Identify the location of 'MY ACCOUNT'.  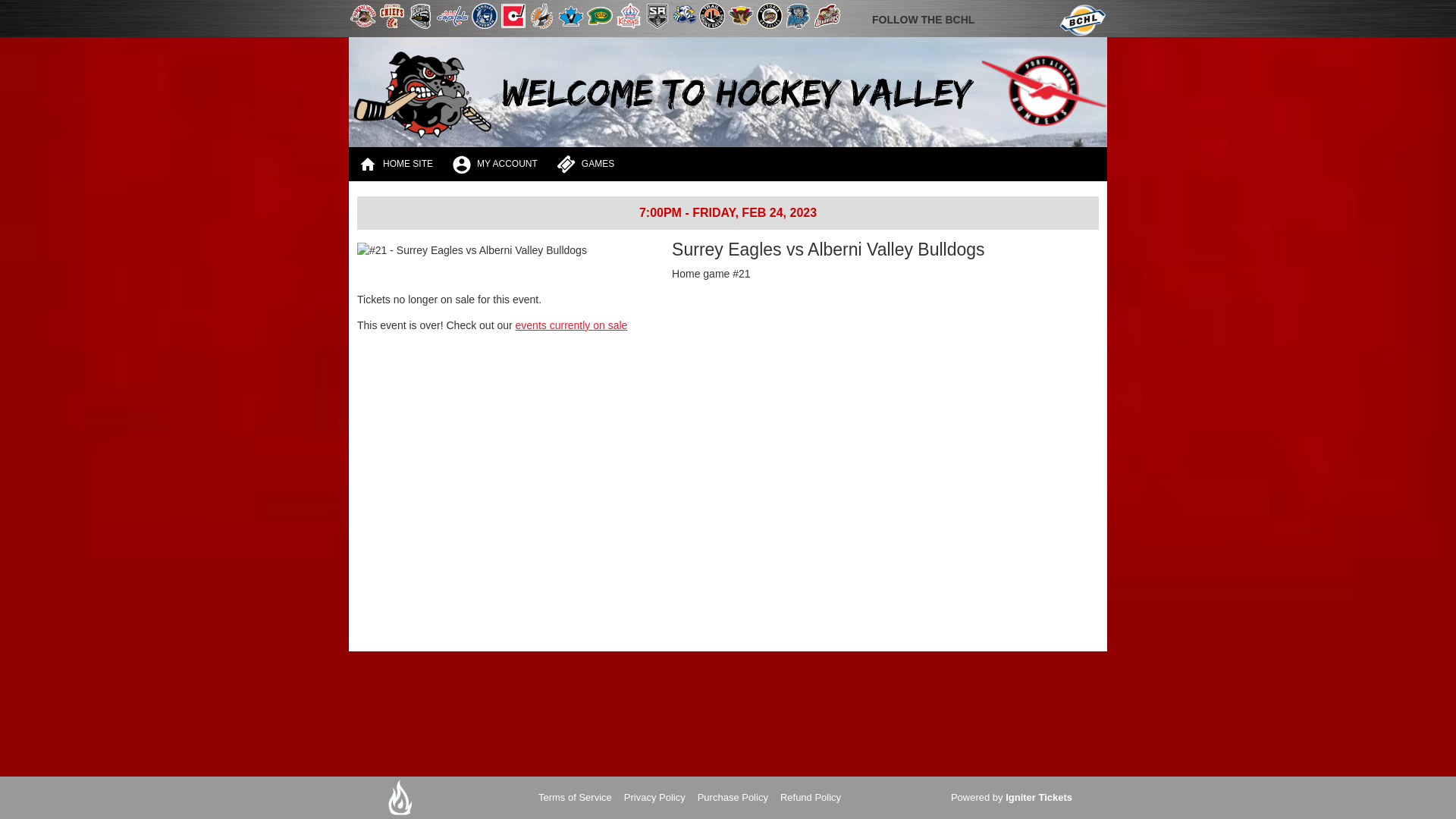
(442, 164).